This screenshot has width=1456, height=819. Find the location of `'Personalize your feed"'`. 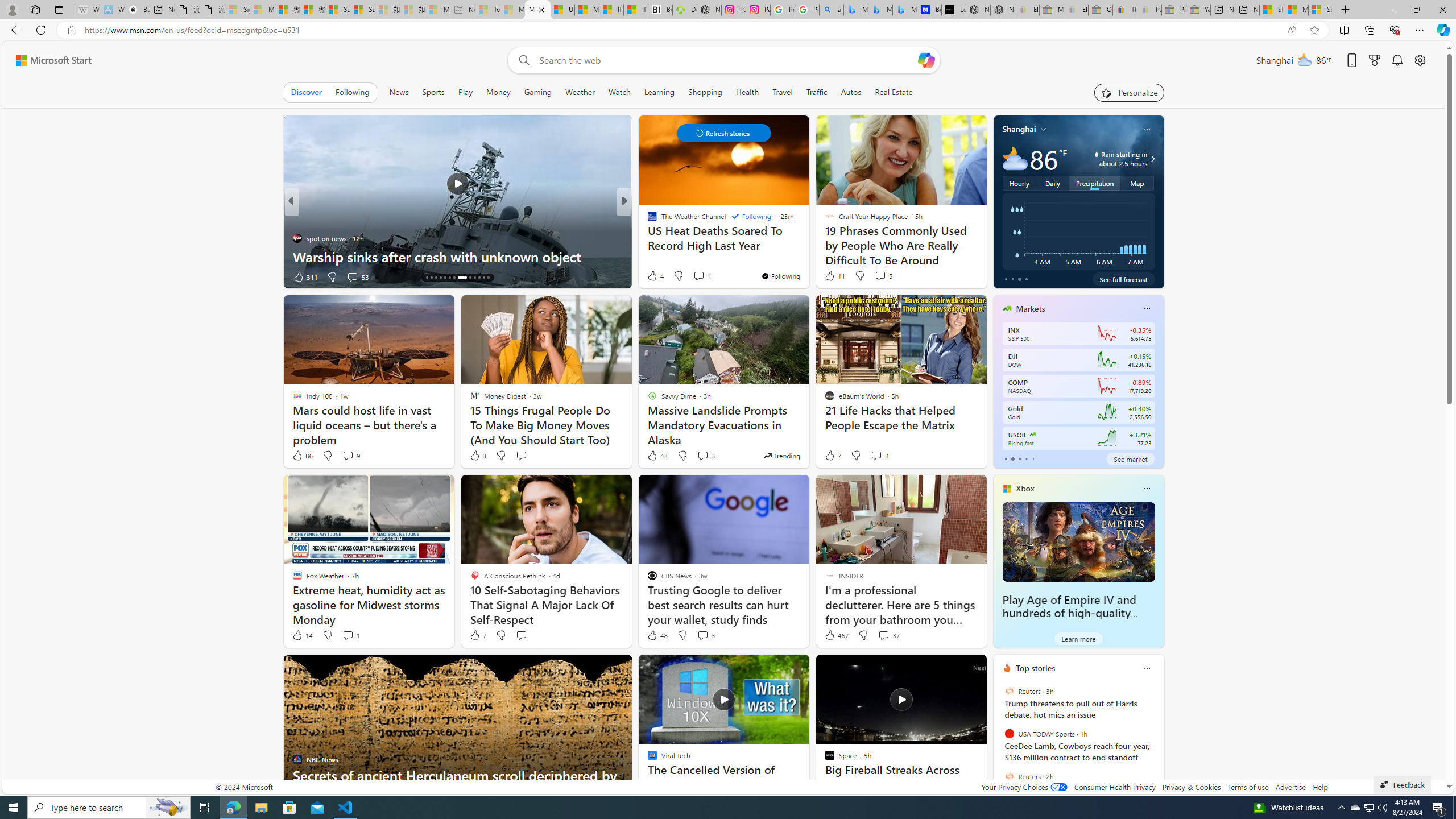

'Personalize your feed"' is located at coordinates (1129, 92).